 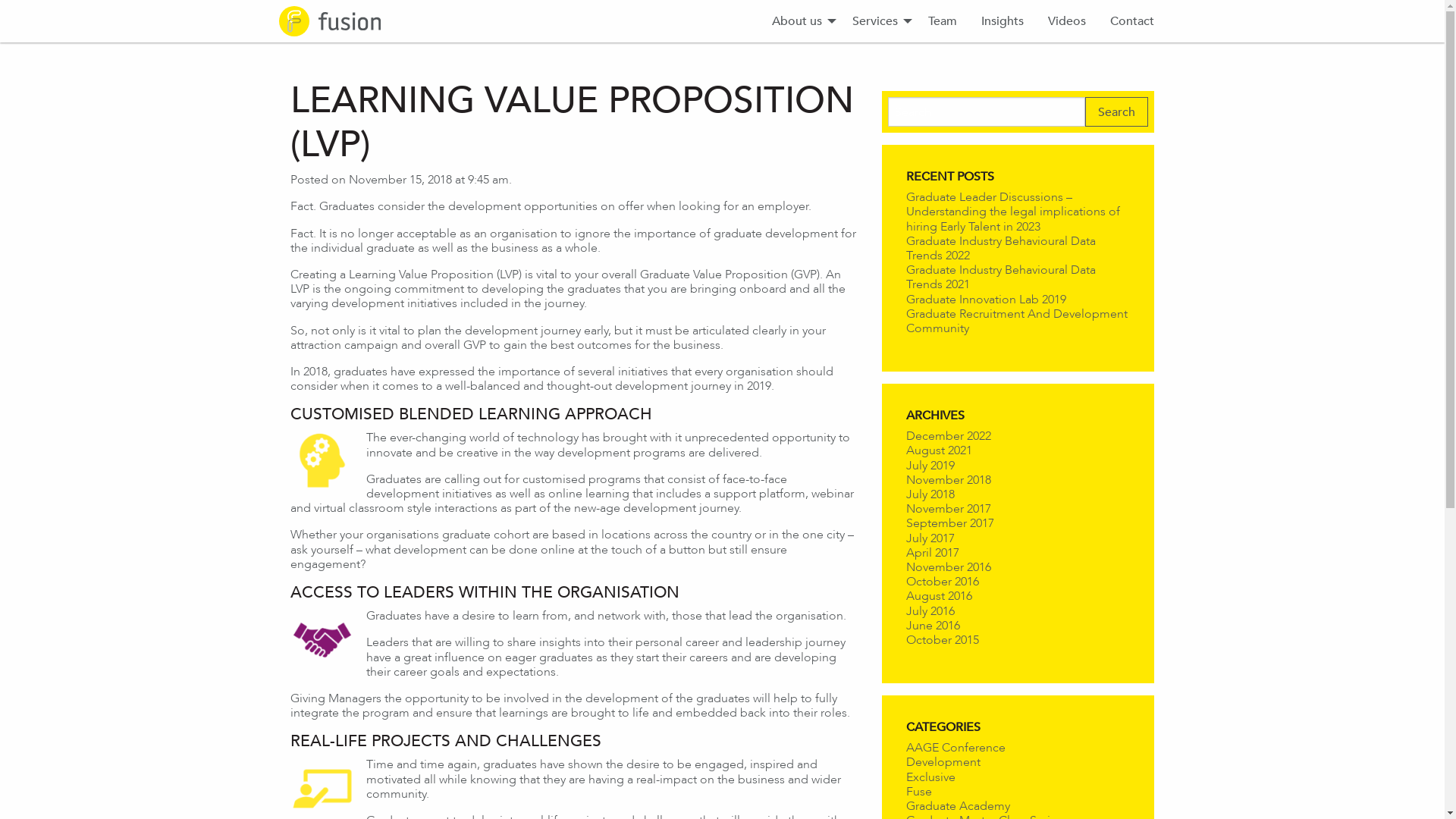 I want to click on 'Development', so click(x=942, y=761).